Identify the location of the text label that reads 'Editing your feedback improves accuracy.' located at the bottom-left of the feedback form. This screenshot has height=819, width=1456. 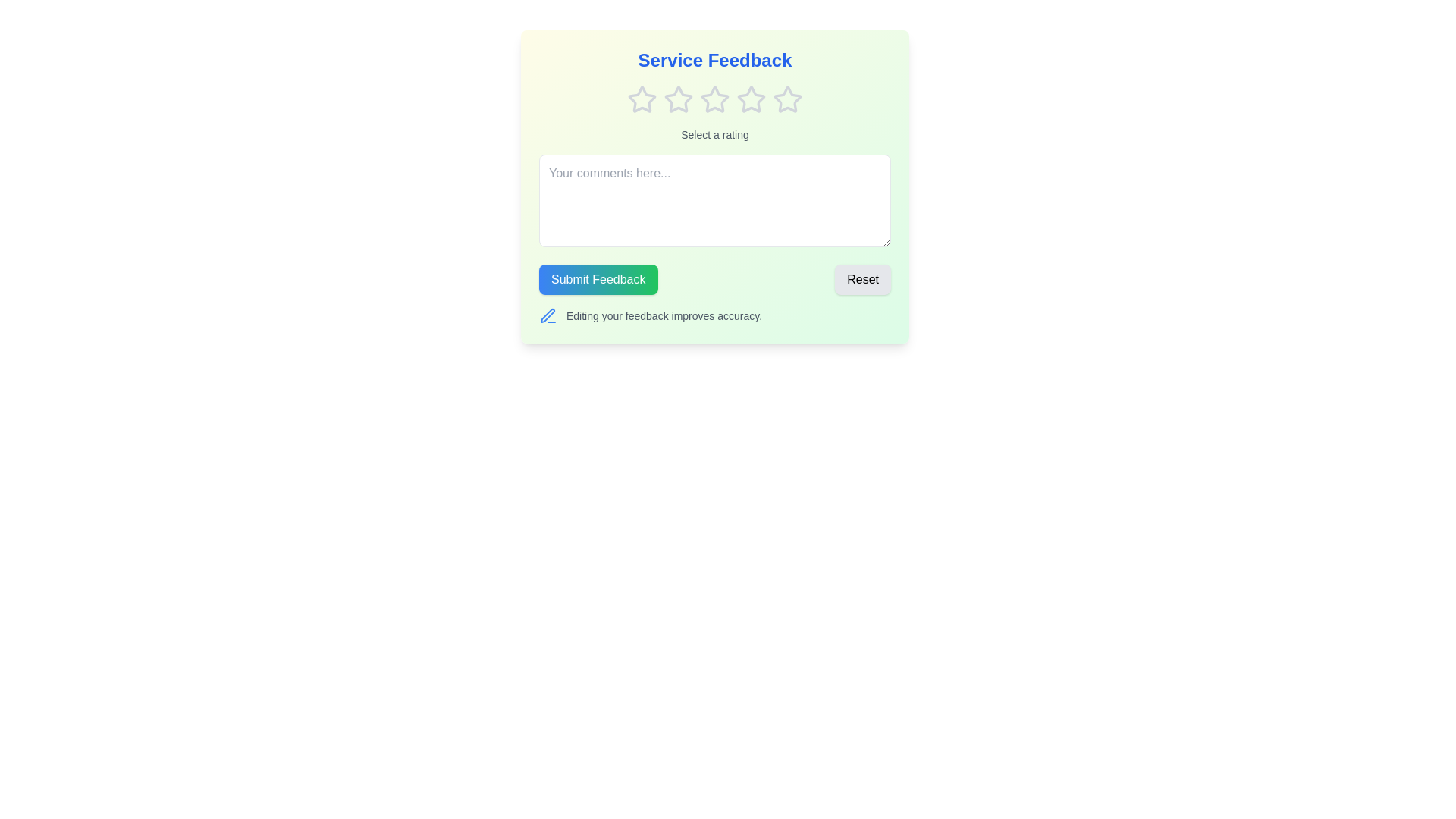
(664, 315).